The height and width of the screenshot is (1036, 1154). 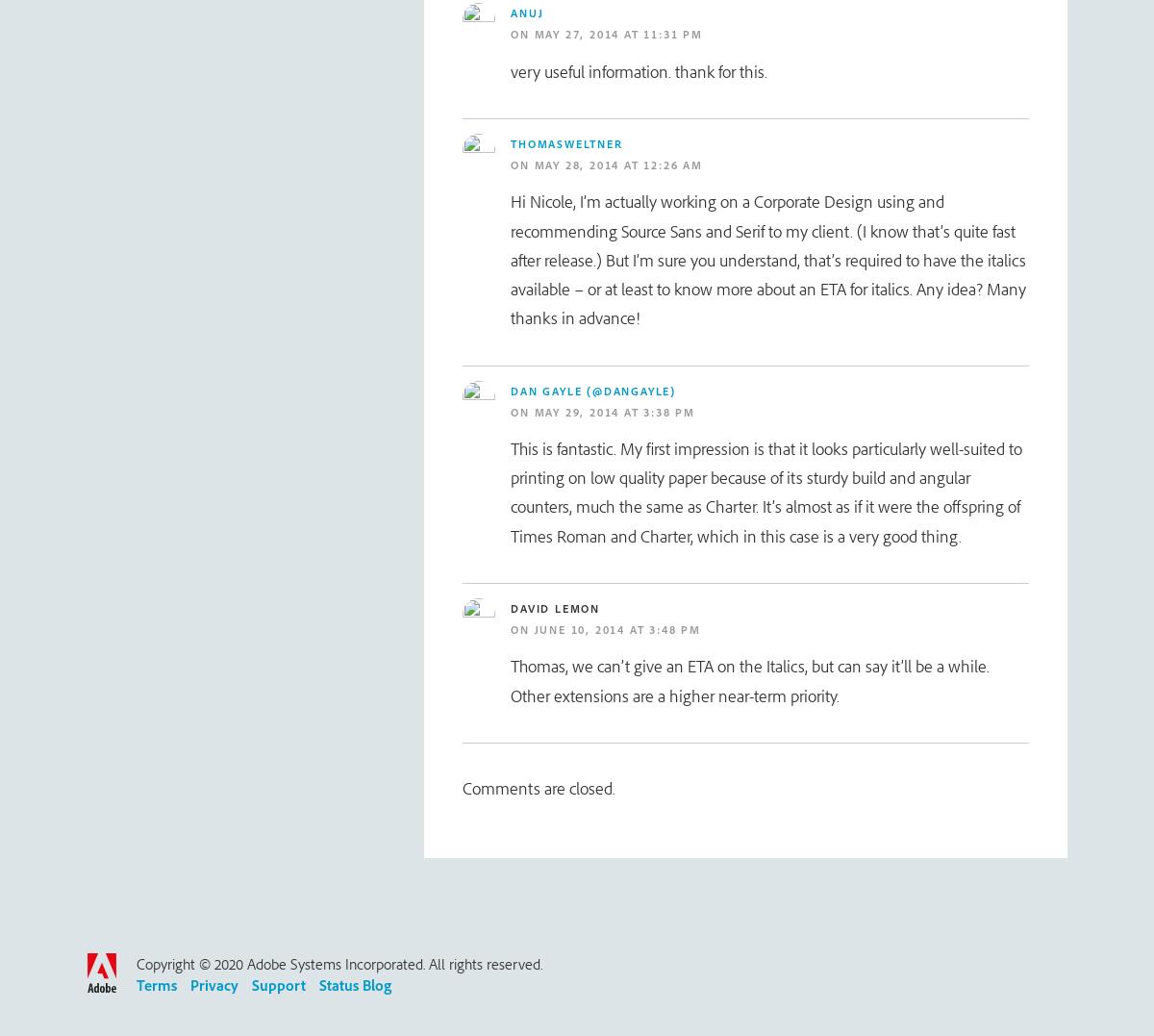 What do you see at coordinates (510, 390) in the screenshot?
I see `'Dan Gayle (@dangayle)'` at bounding box center [510, 390].